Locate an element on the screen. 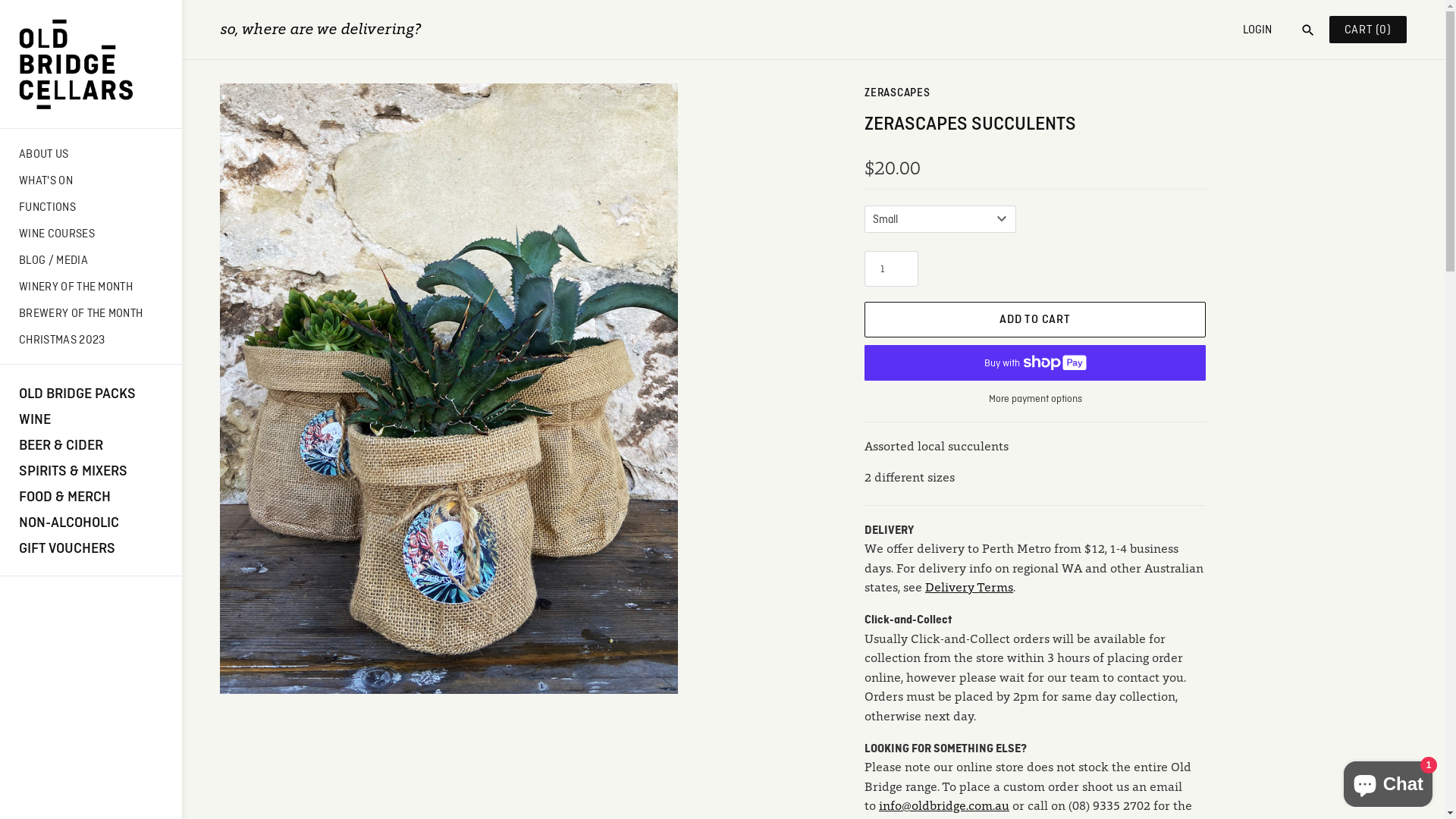  'NON-ALCOHOLIC' is located at coordinates (90, 520).